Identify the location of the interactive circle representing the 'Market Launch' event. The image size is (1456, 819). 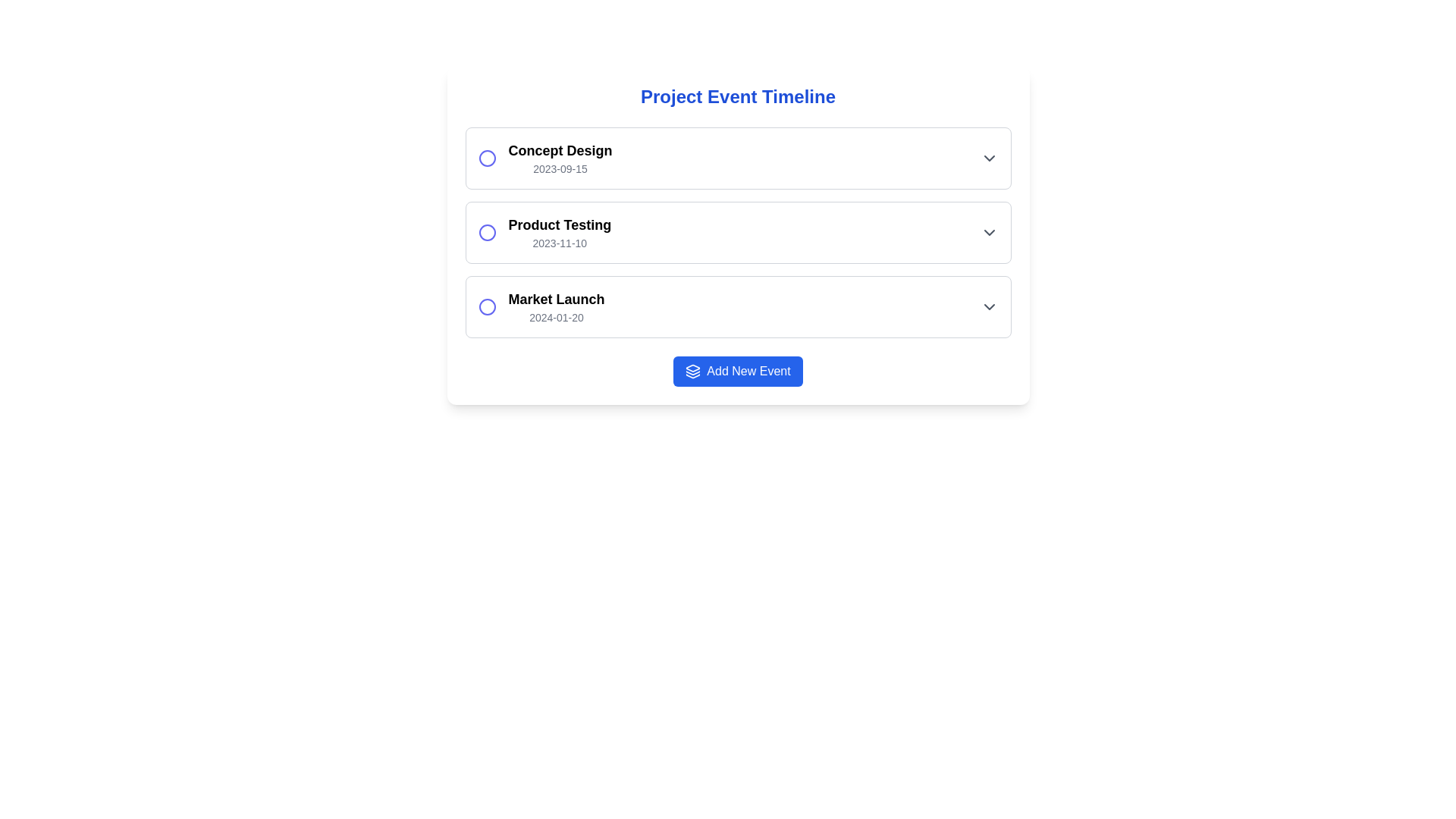
(487, 307).